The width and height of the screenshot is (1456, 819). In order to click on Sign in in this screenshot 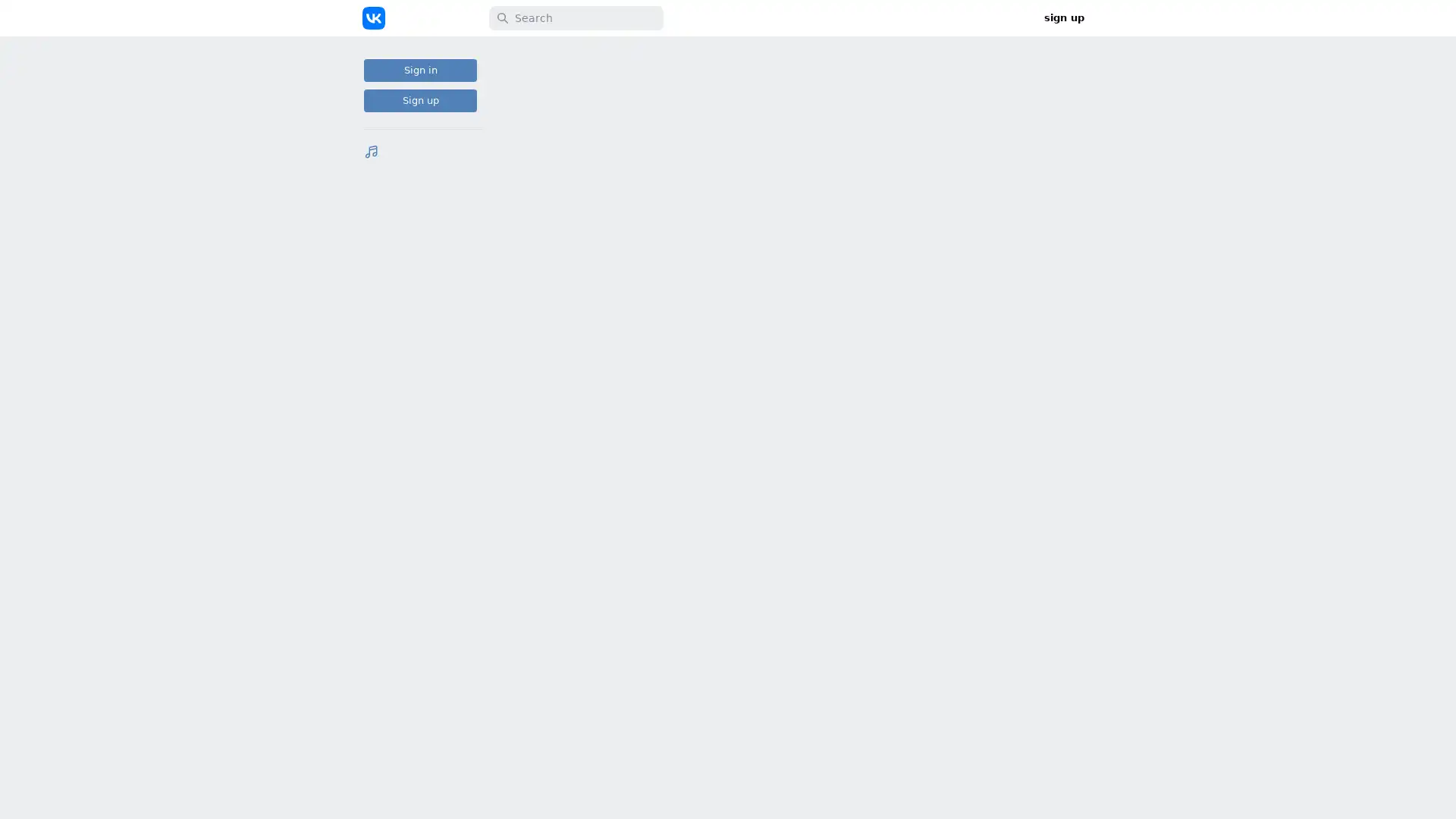, I will do `click(419, 70)`.